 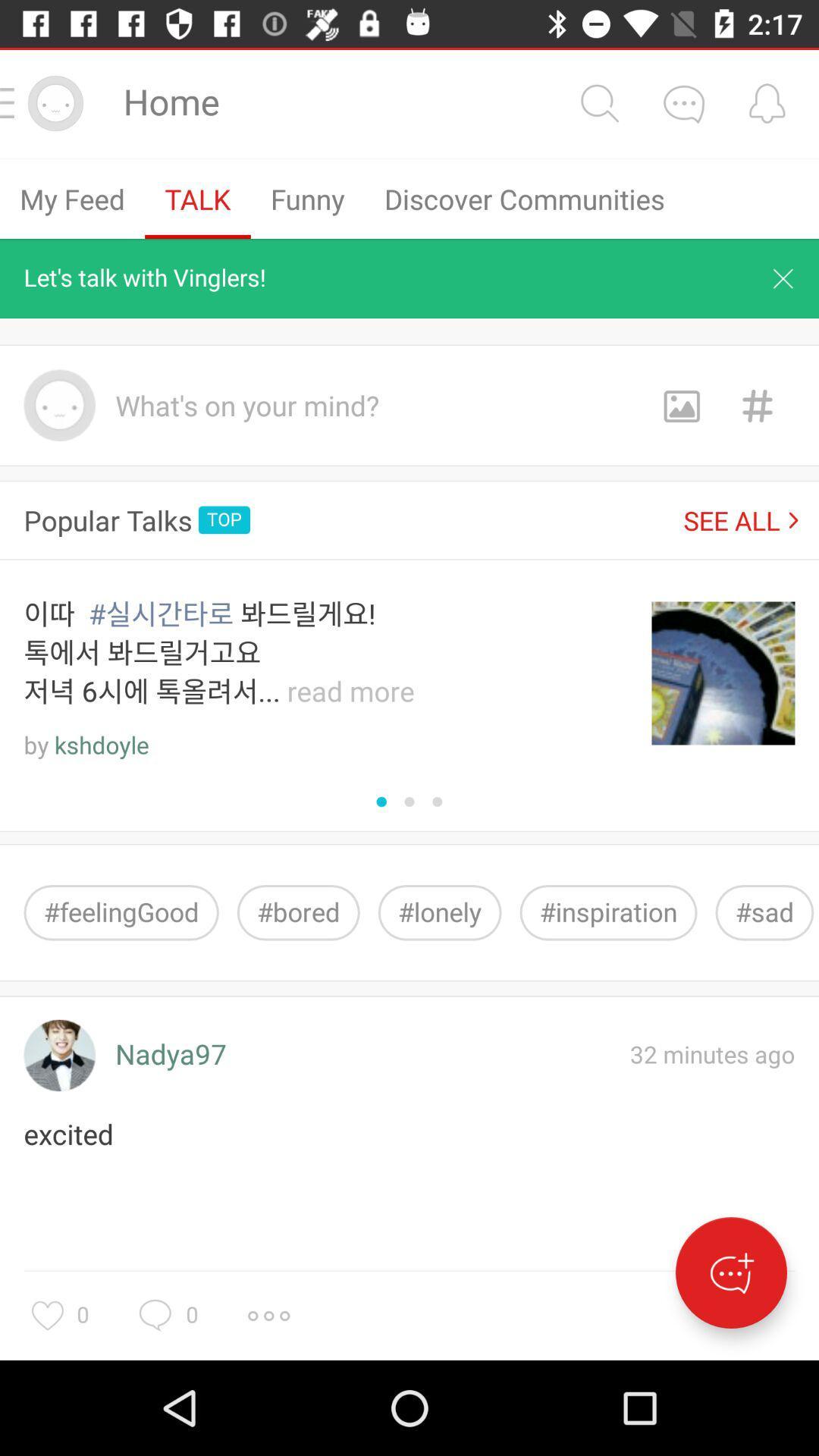 I want to click on images, so click(x=680, y=405).